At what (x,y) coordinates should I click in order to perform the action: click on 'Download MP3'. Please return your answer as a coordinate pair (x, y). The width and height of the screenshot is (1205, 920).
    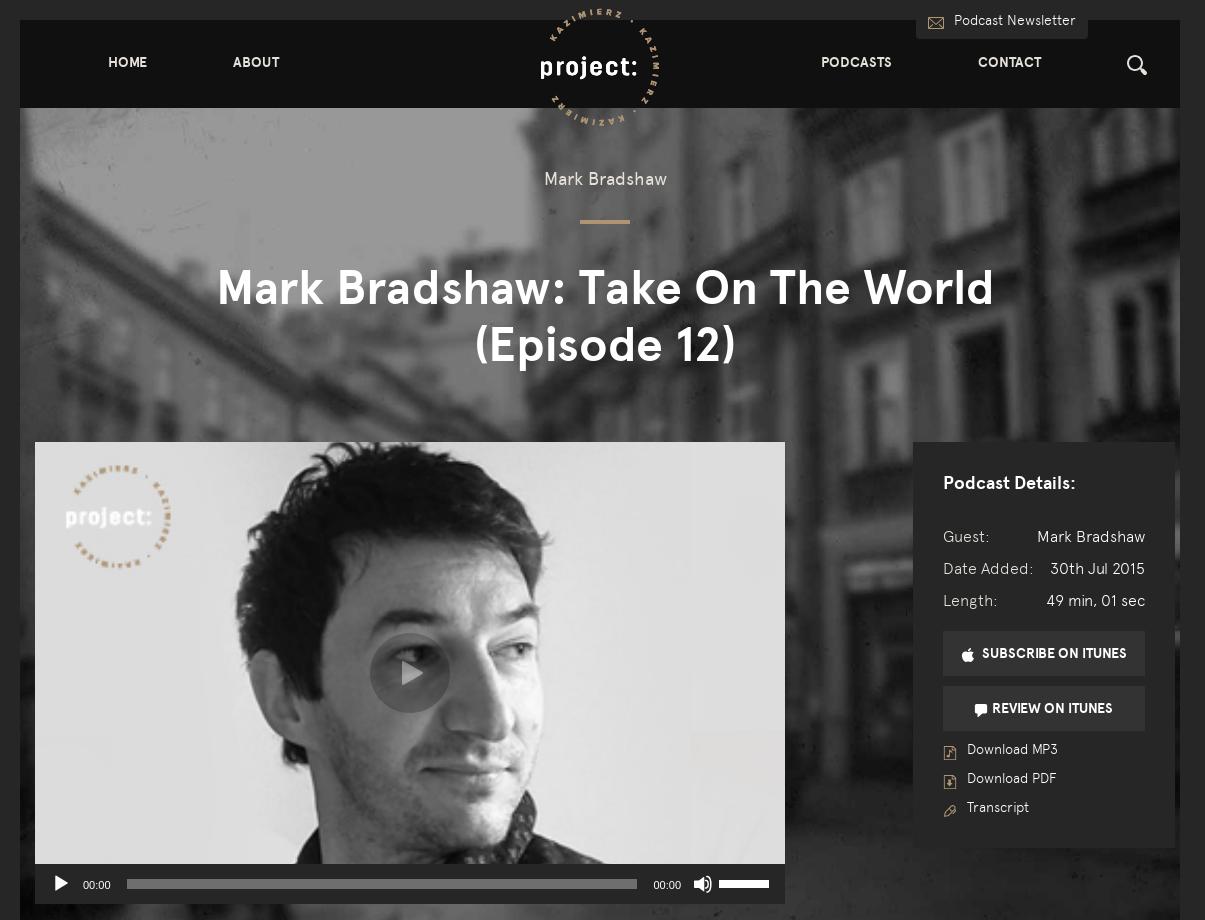
    Looking at the image, I should click on (961, 748).